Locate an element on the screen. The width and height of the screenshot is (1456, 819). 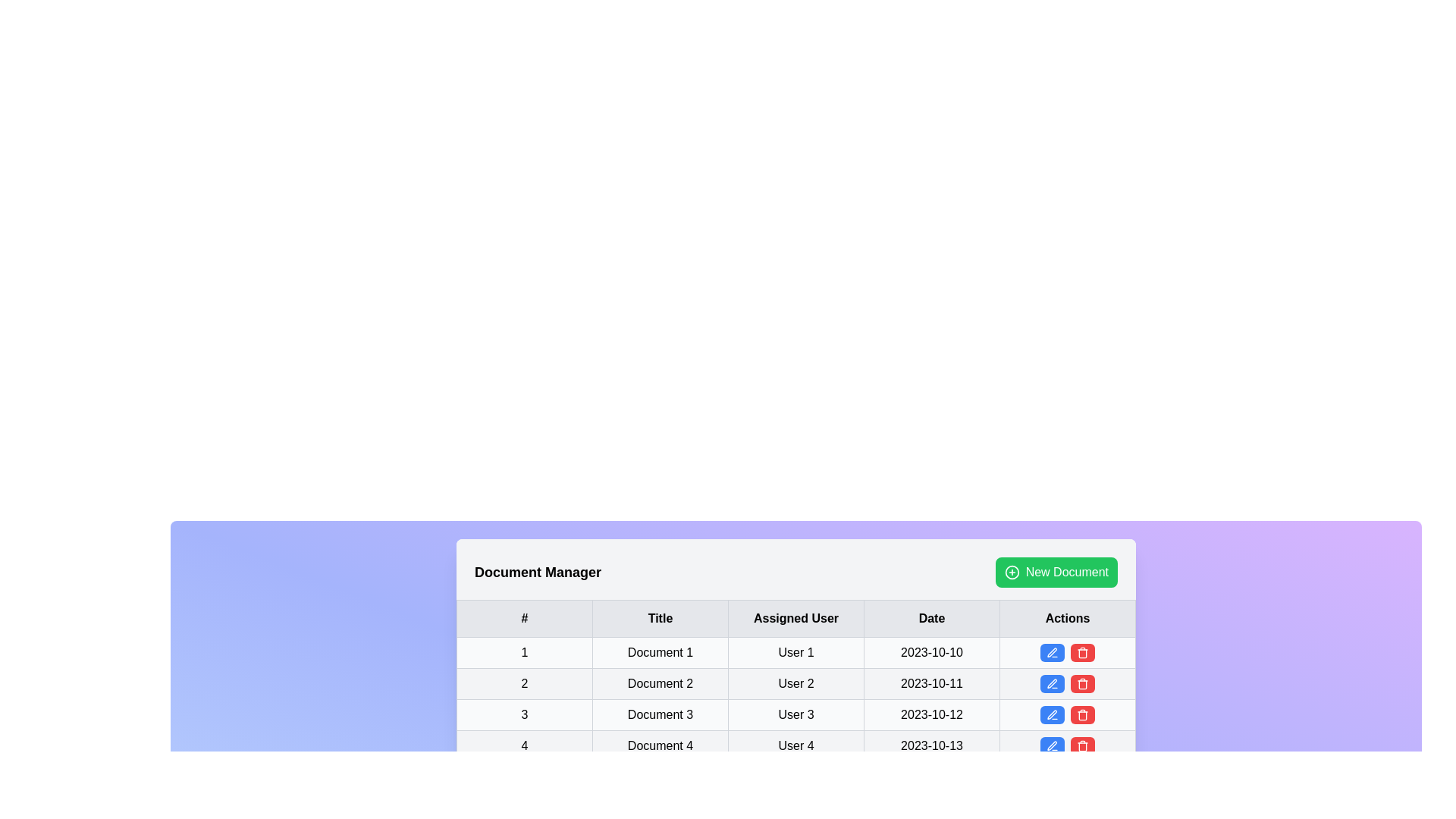
the first cell in the first data row of the table, located in the leftmost column beneath the column header titled '#' is located at coordinates (524, 651).